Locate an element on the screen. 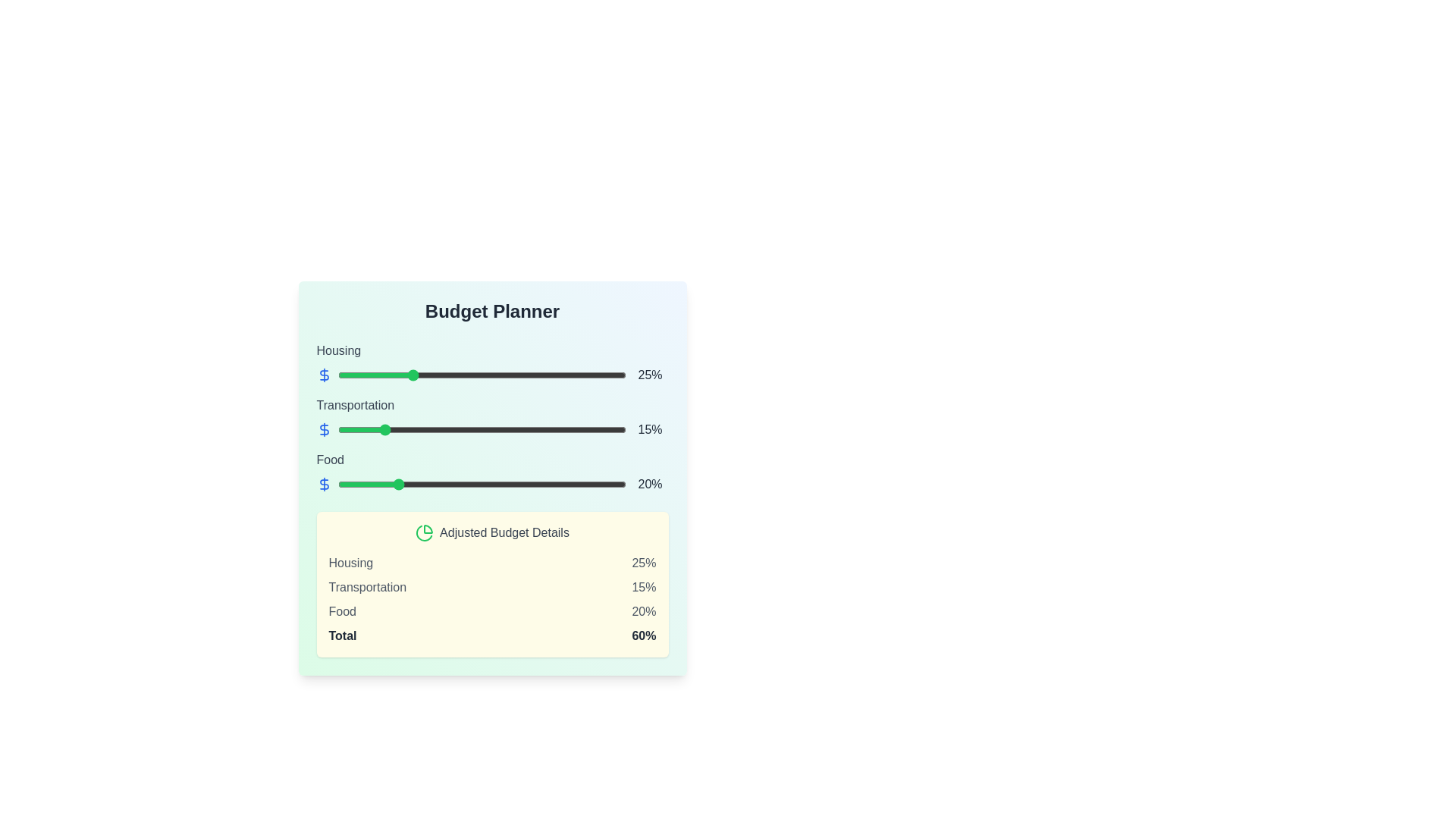 The image size is (1456, 819). the housing budget percentage is located at coordinates (416, 375).